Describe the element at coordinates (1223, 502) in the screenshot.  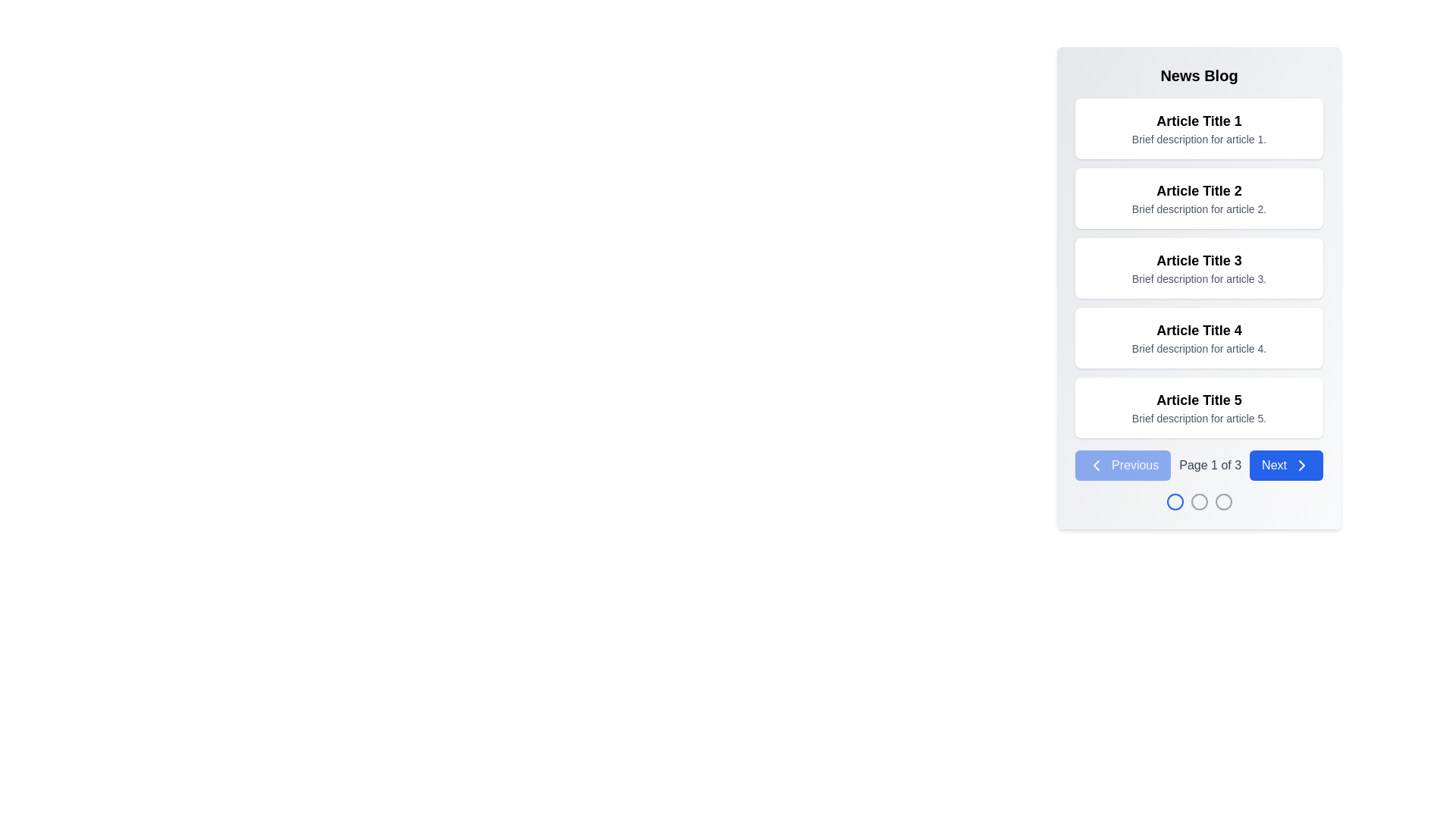
I see `the third circle in the pagination controls` at that location.